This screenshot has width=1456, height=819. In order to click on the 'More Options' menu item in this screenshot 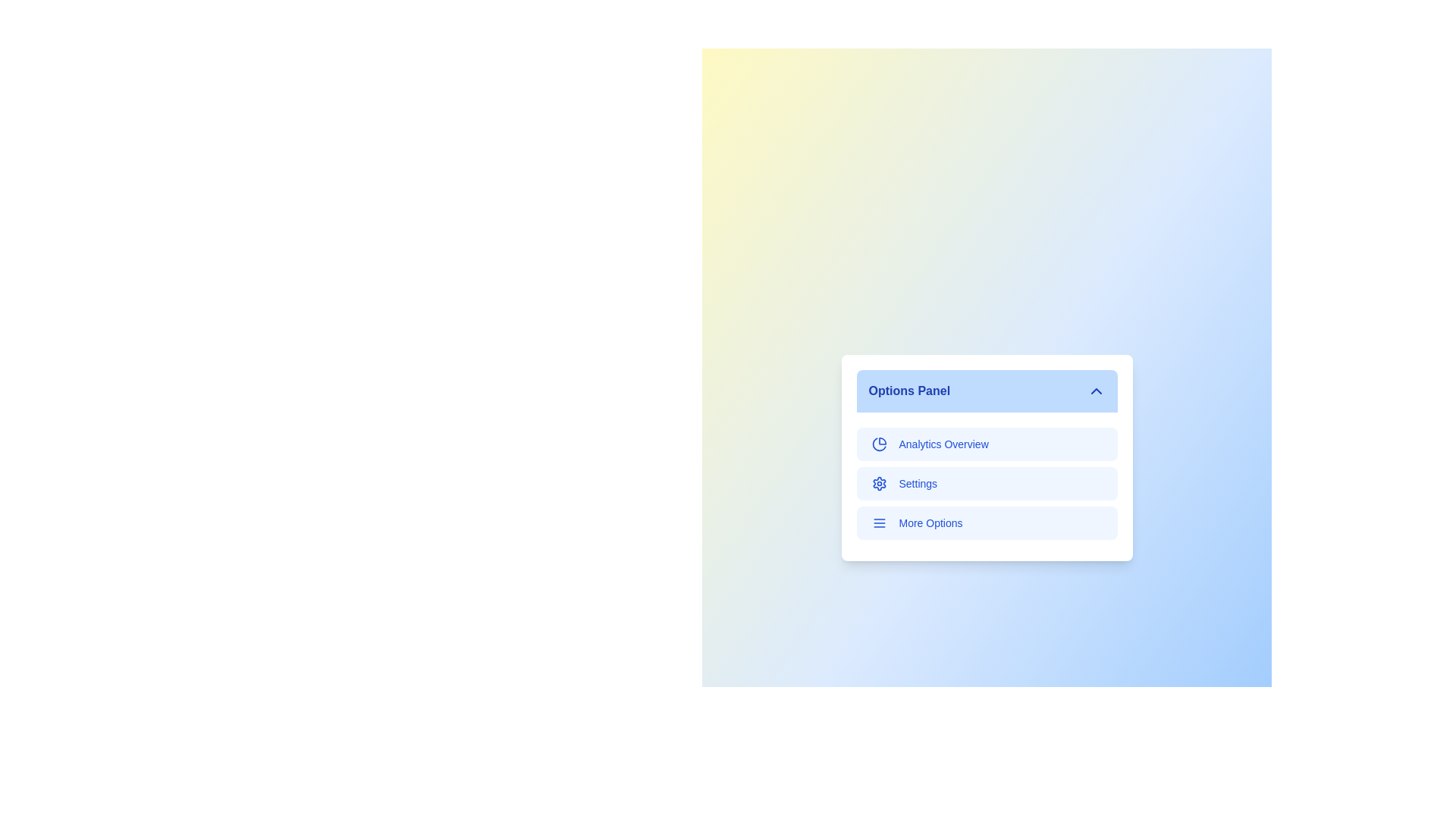, I will do `click(987, 522)`.